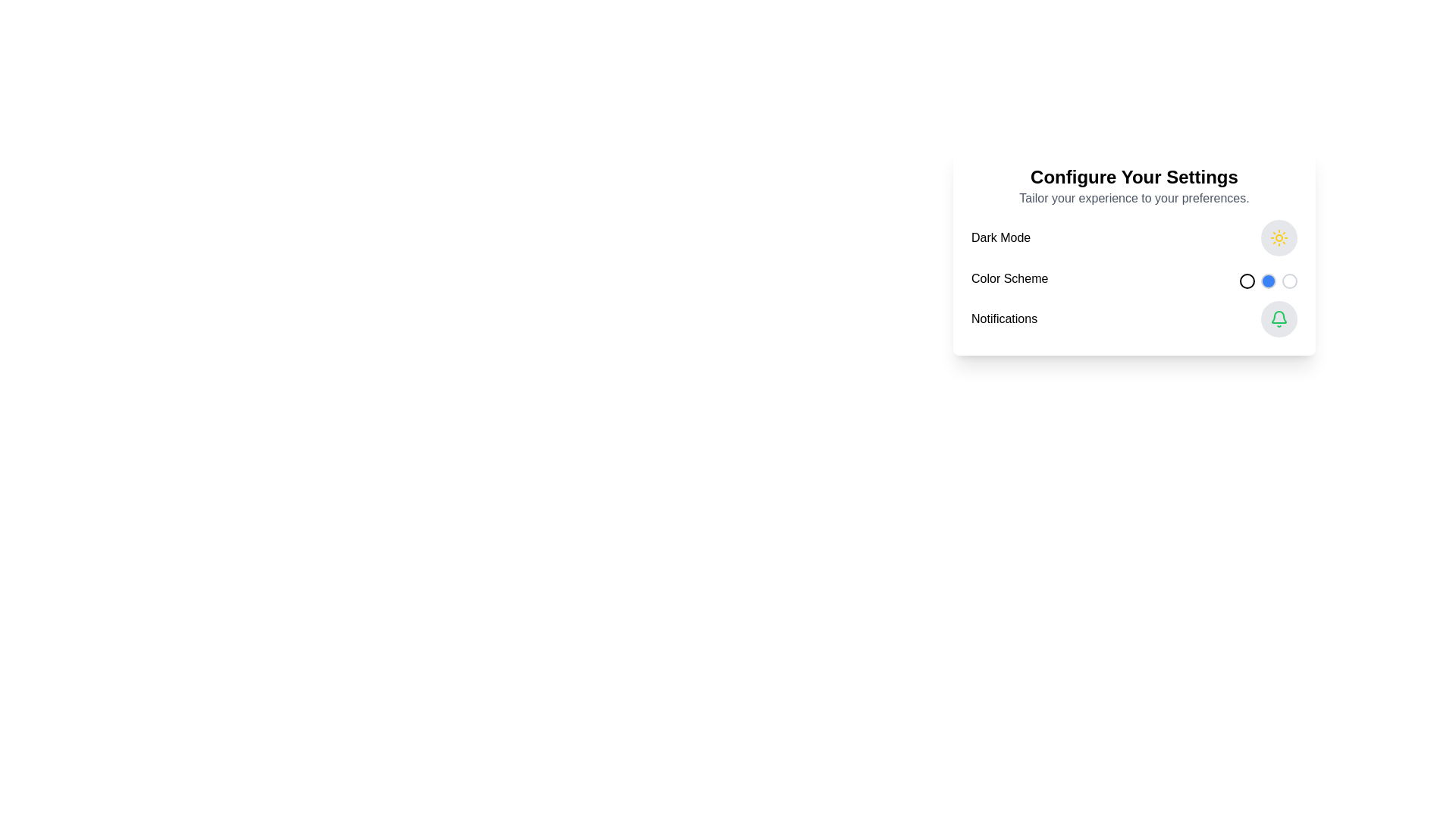  I want to click on the header text label located at the top-center of the configuration dialog box, which serves as the primary title for the settings interface, so click(1134, 177).